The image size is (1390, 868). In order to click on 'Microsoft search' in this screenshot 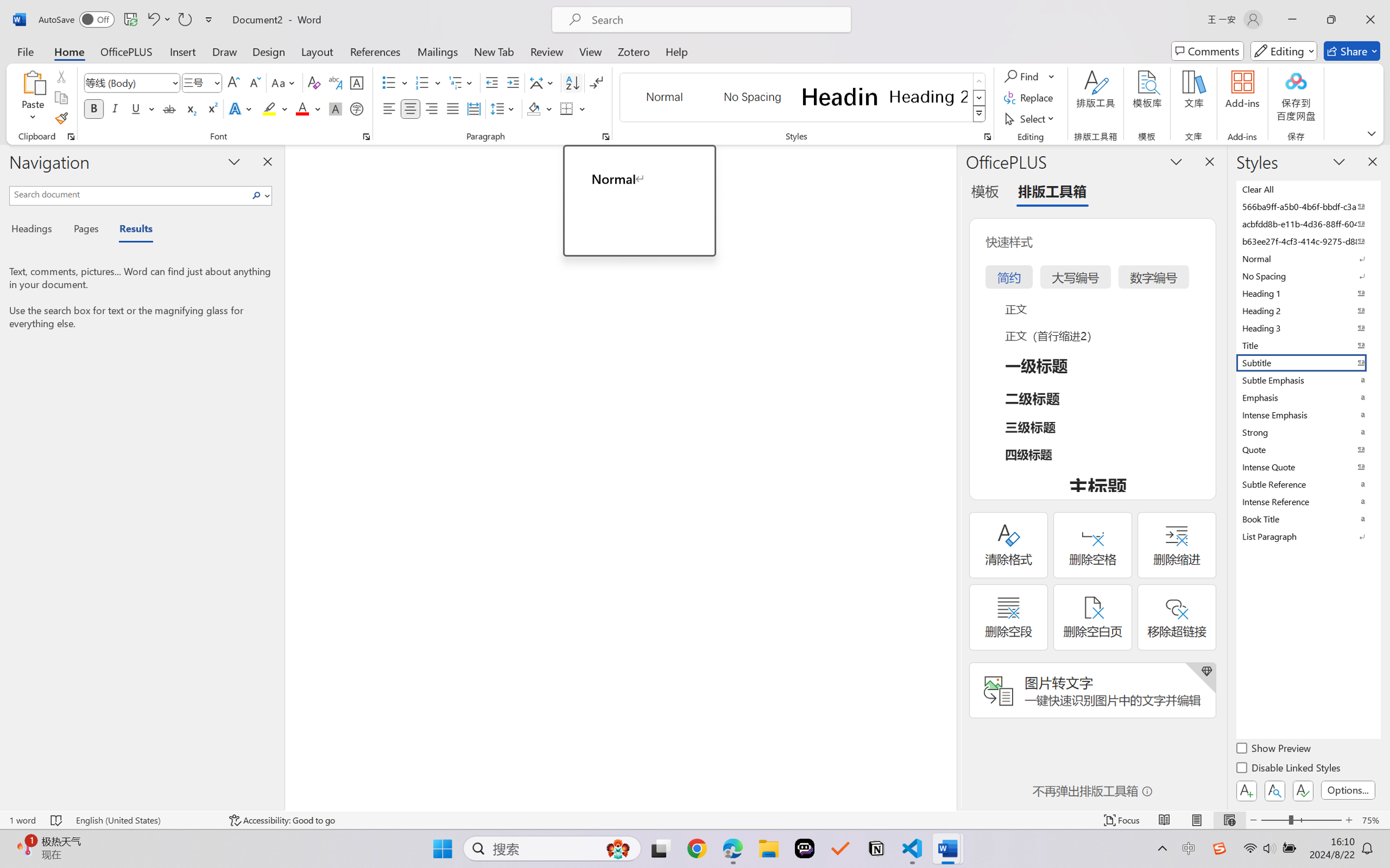, I will do `click(716, 19)`.